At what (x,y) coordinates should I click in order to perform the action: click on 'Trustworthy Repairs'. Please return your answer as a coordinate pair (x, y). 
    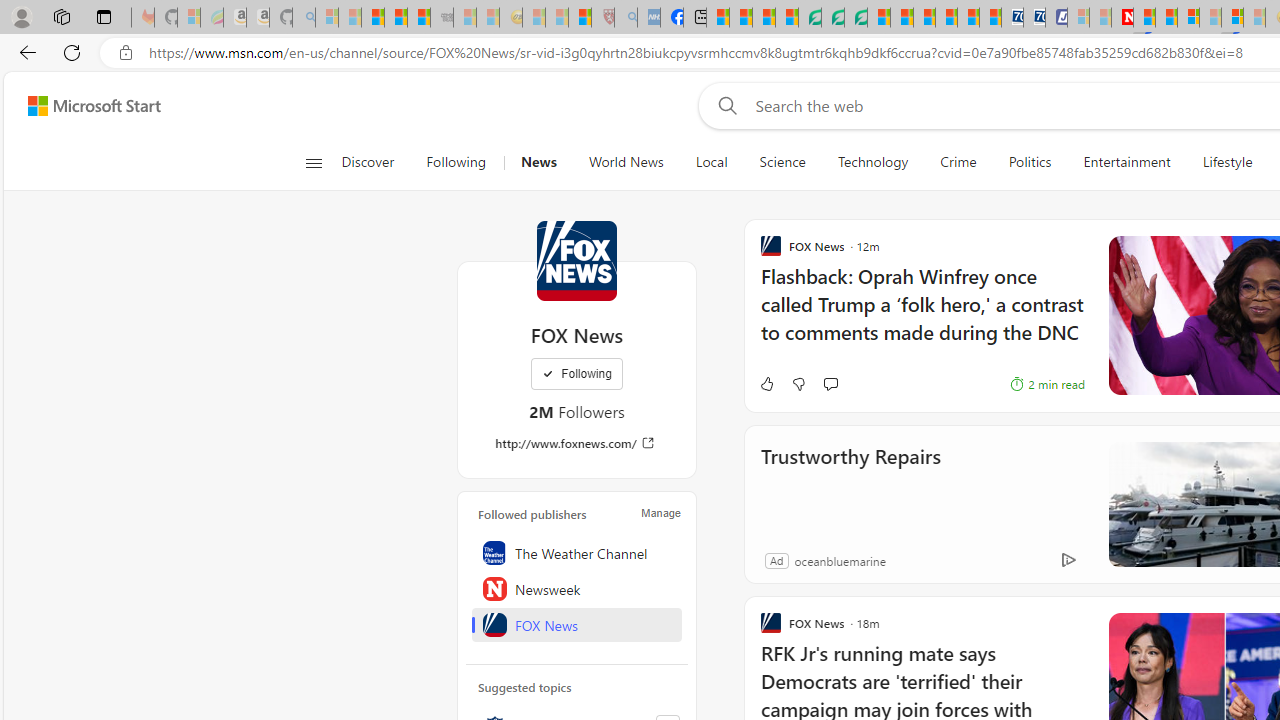
    Looking at the image, I should click on (850, 484).